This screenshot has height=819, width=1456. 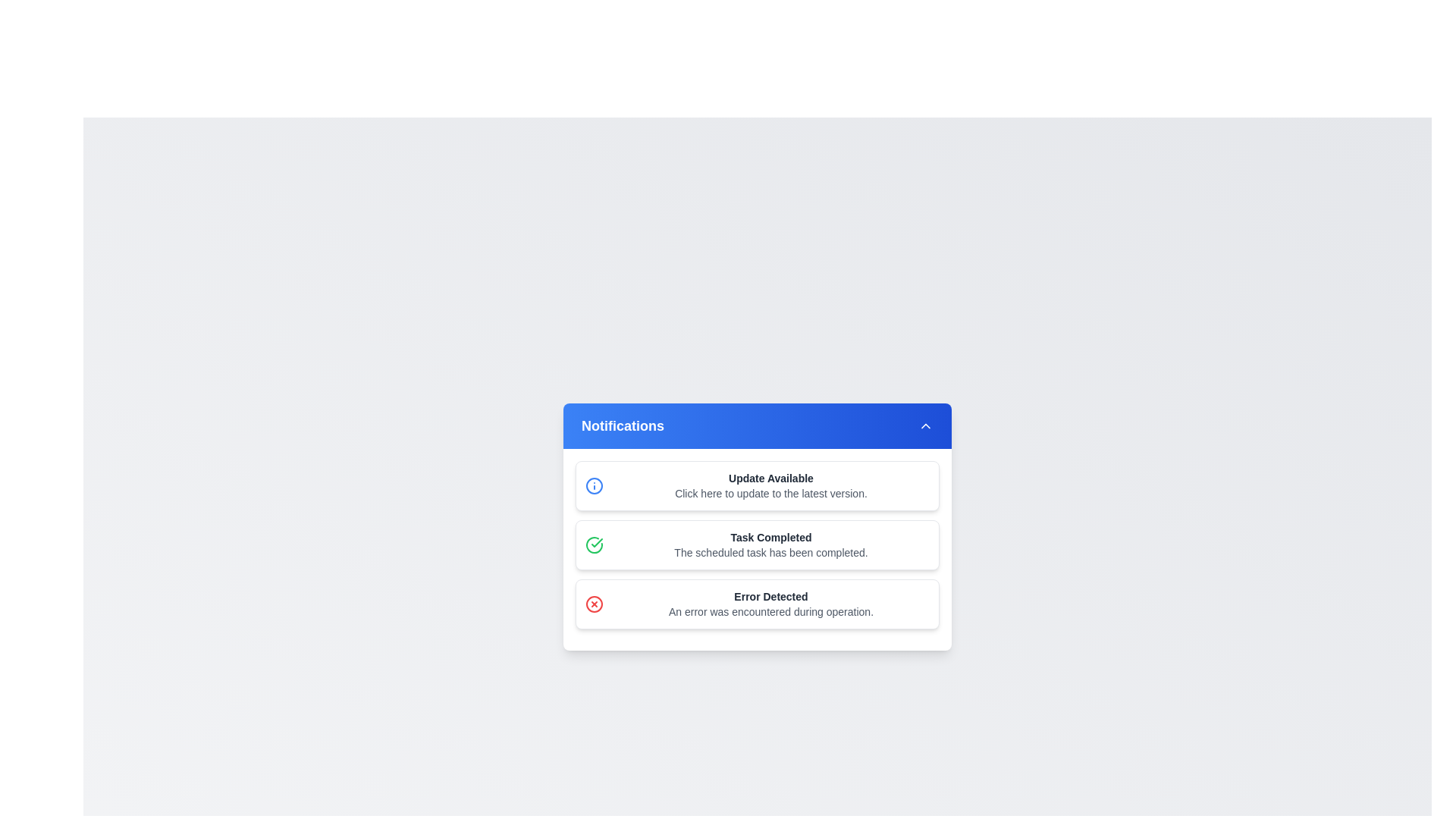 What do you see at coordinates (771, 544) in the screenshot?
I see `the static informational text block that conveys information about a completed task, located within the second notification card under 'Notifications'` at bounding box center [771, 544].